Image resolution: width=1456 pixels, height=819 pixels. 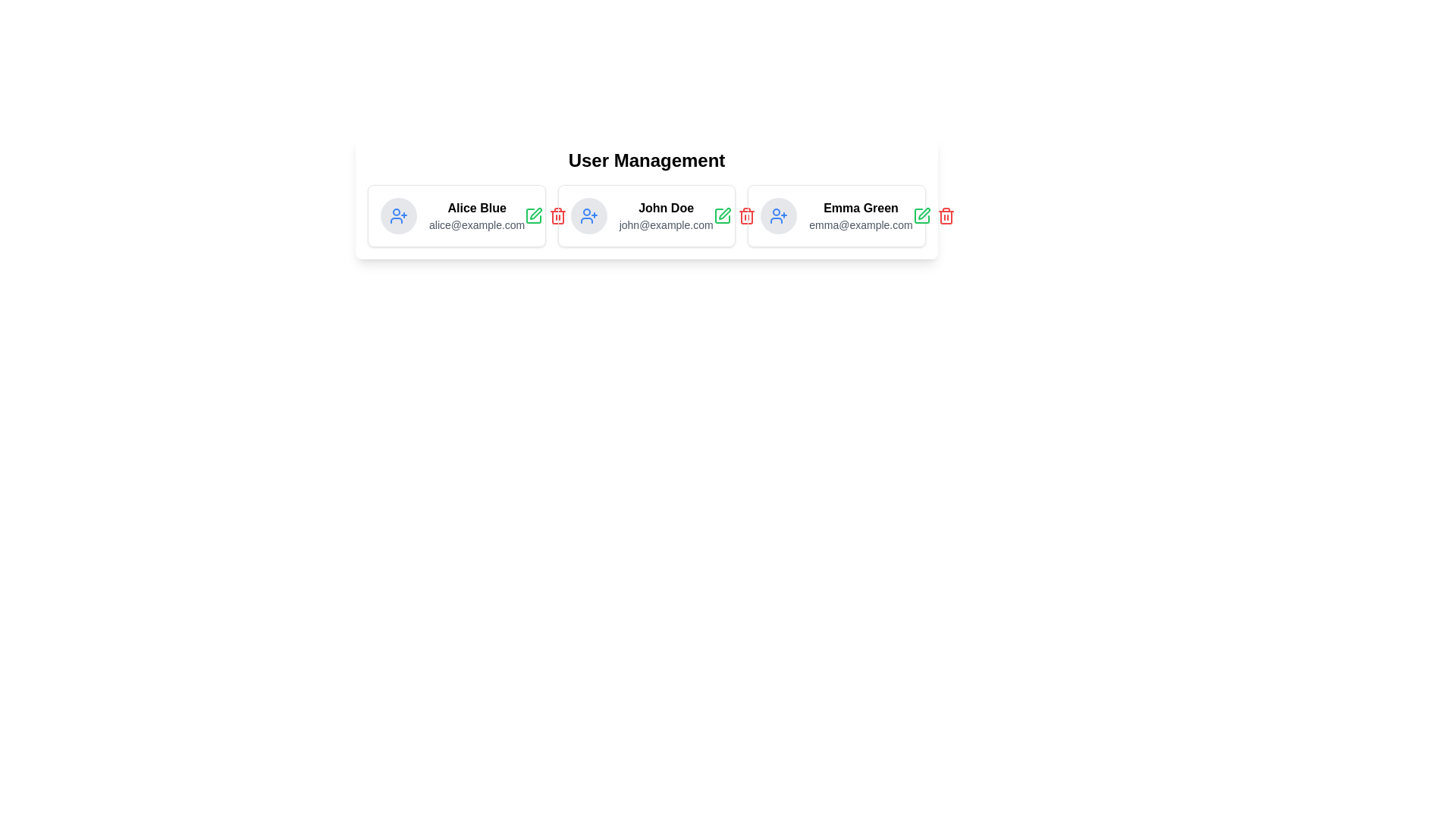 What do you see at coordinates (399, 216) in the screenshot?
I see `the circular icon button with a light gray background and a blue user-plus icon, located next to the user 'Alice Blue' and her email 'alice@example.com'` at bounding box center [399, 216].